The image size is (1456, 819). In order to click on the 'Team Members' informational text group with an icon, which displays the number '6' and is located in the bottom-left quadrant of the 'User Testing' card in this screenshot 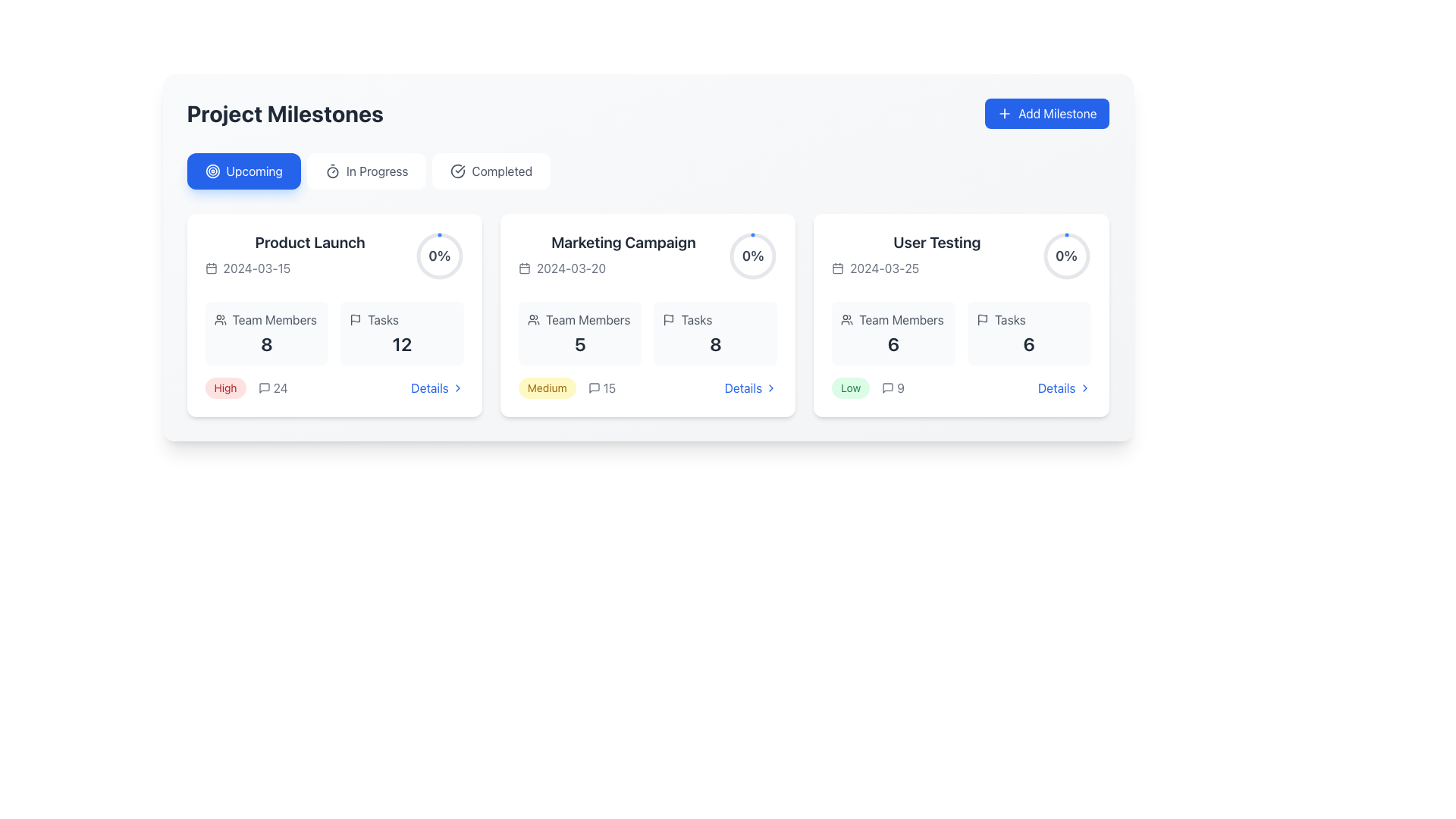, I will do `click(893, 332)`.